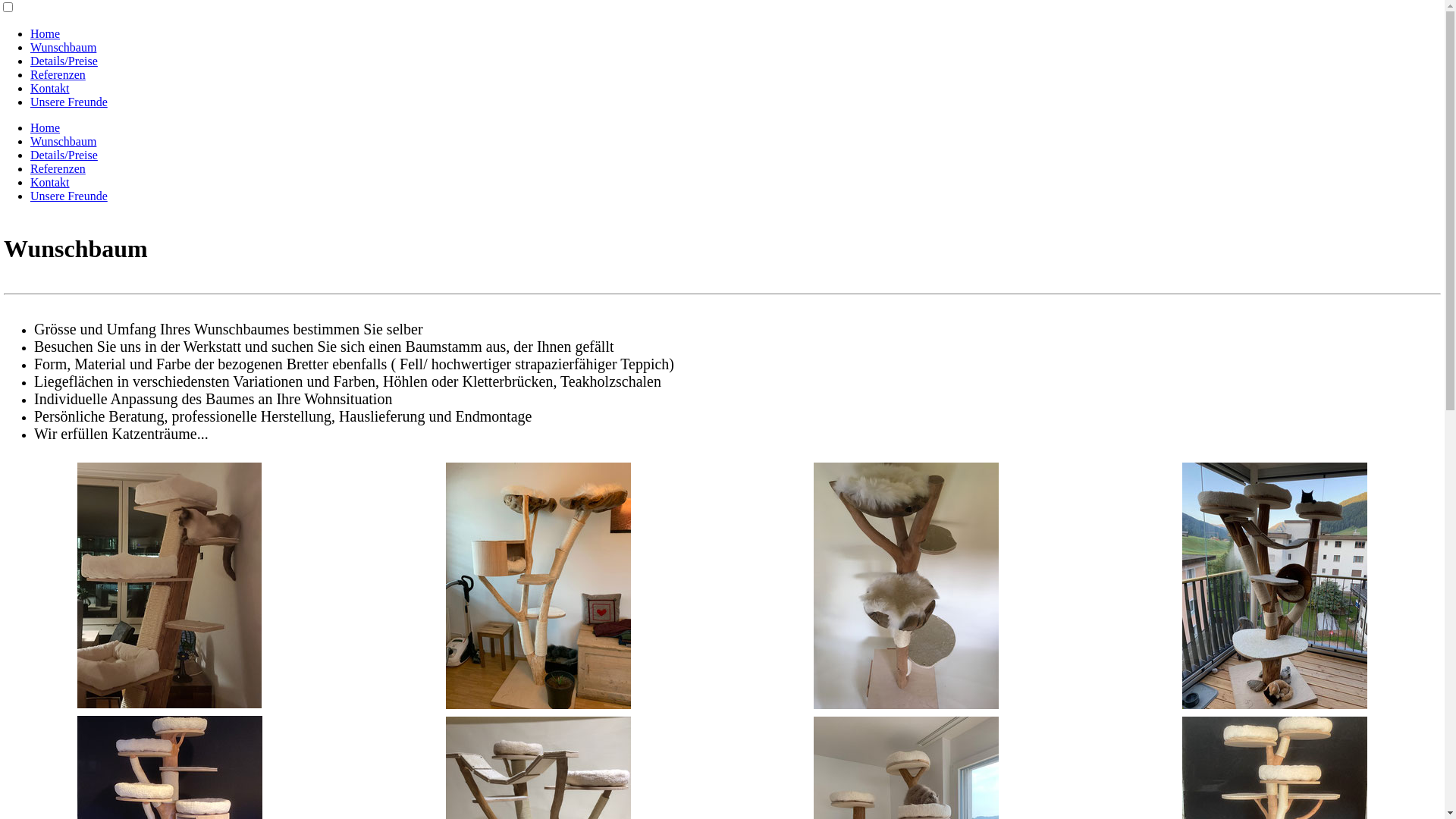 Image resolution: width=1456 pixels, height=819 pixels. Describe the element at coordinates (63, 155) in the screenshot. I see `'Details/Preise'` at that location.